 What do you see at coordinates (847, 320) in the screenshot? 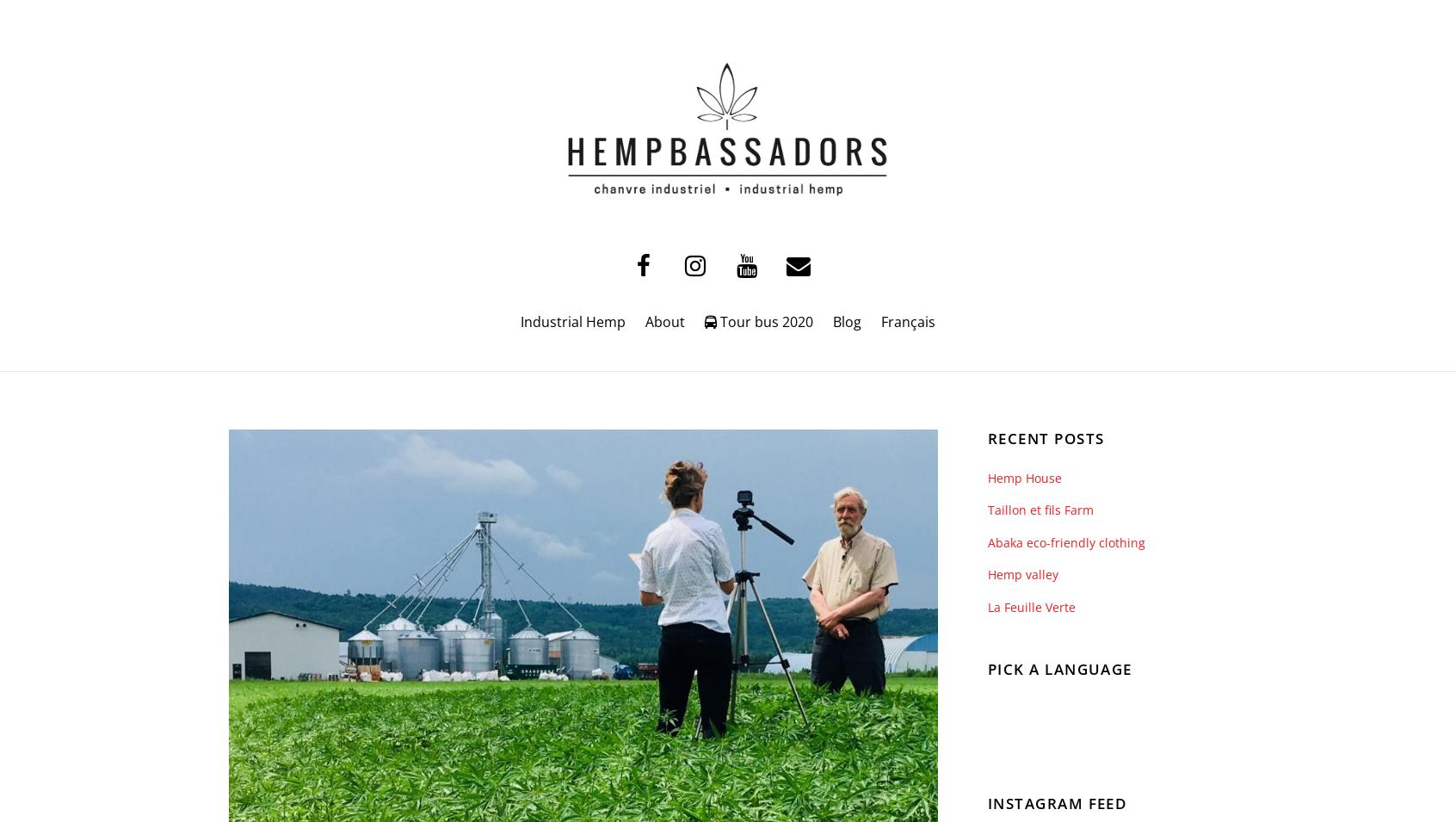
I see `'Blog'` at bounding box center [847, 320].